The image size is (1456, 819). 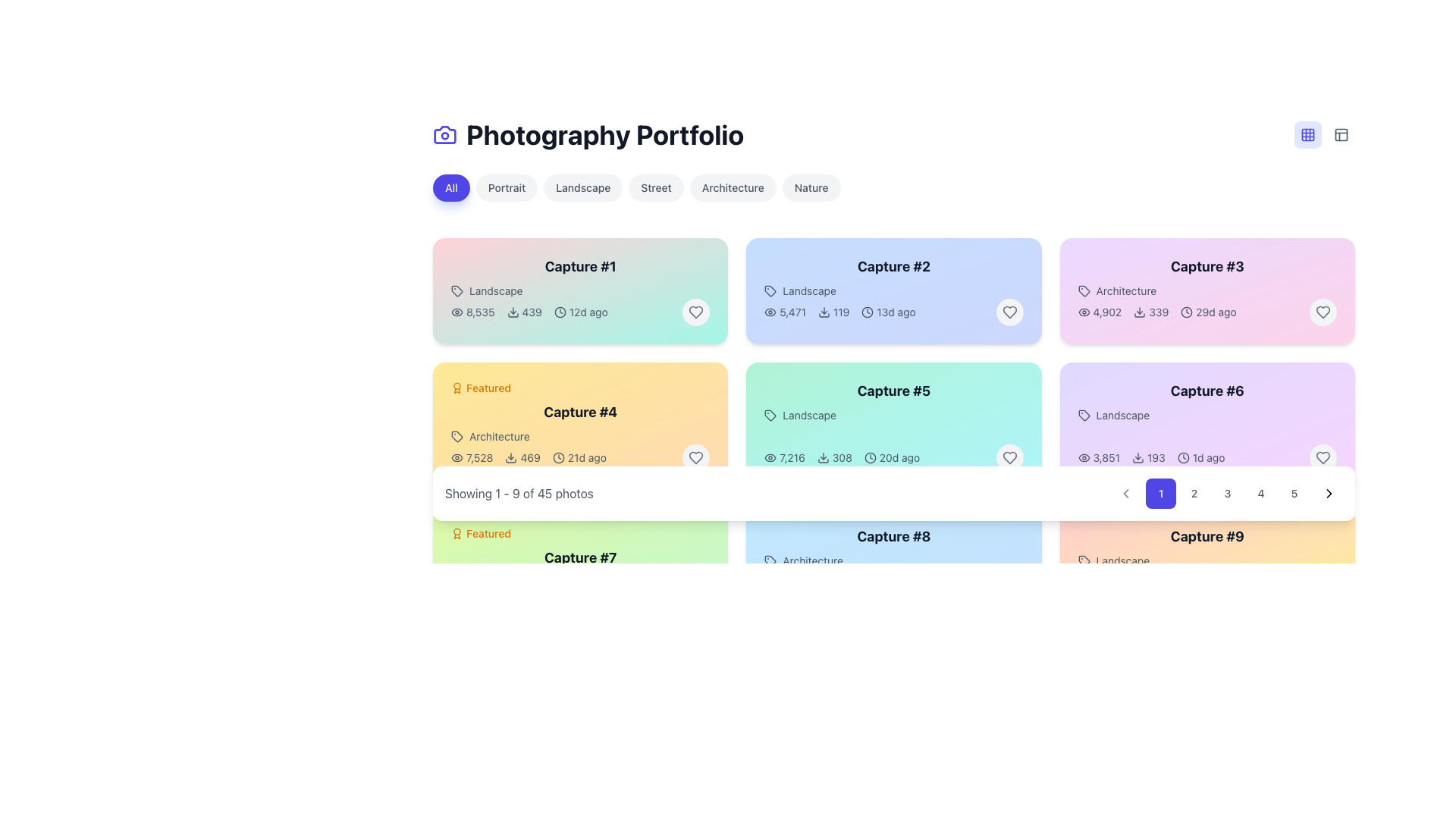 I want to click on the 'eye' icon in the top-right corner of the card within the 'Capture' section, which symbolizes views or visibility, so click(x=457, y=457).